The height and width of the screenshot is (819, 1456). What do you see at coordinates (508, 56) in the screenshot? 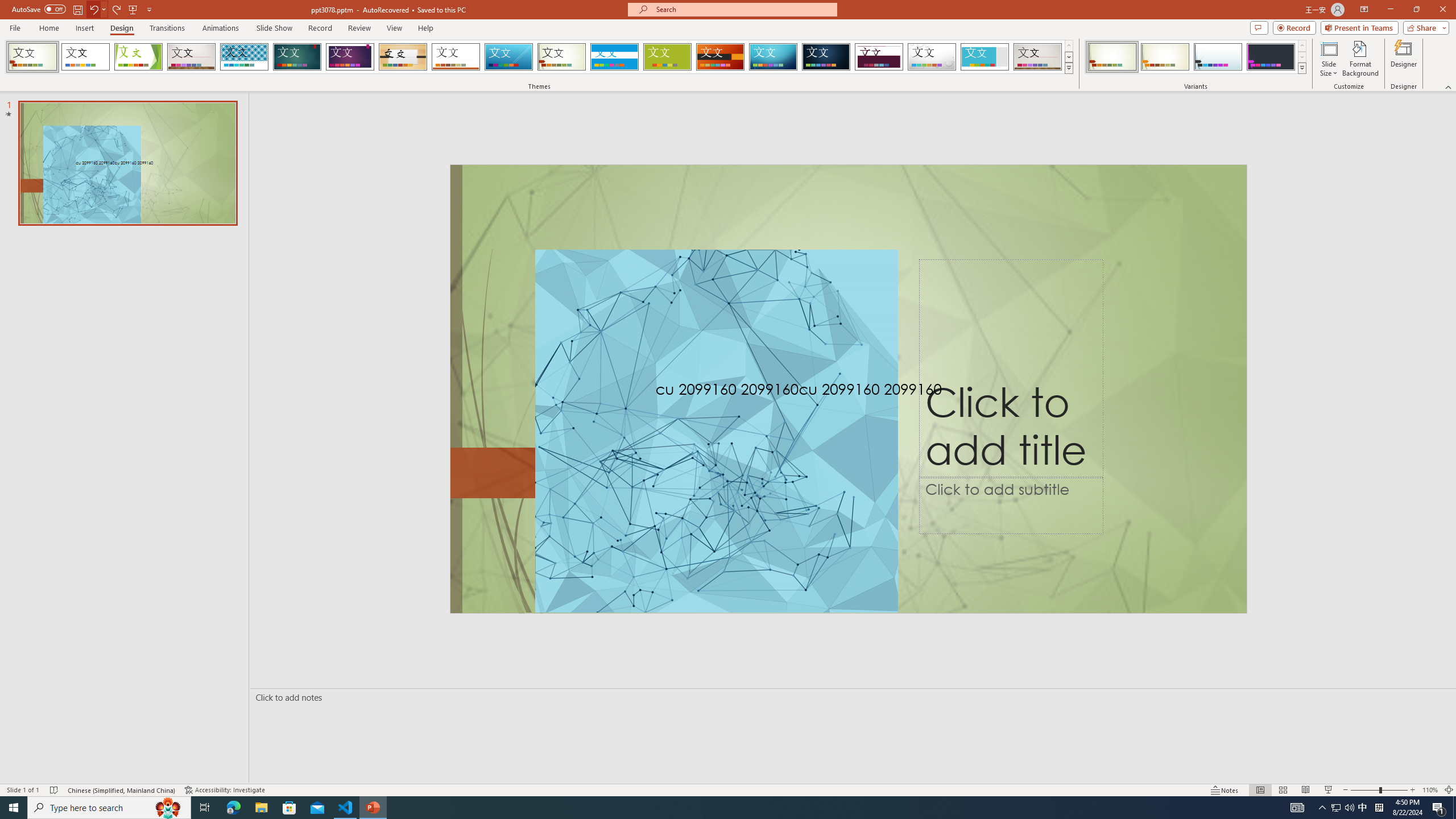
I see `'Slice'` at bounding box center [508, 56].